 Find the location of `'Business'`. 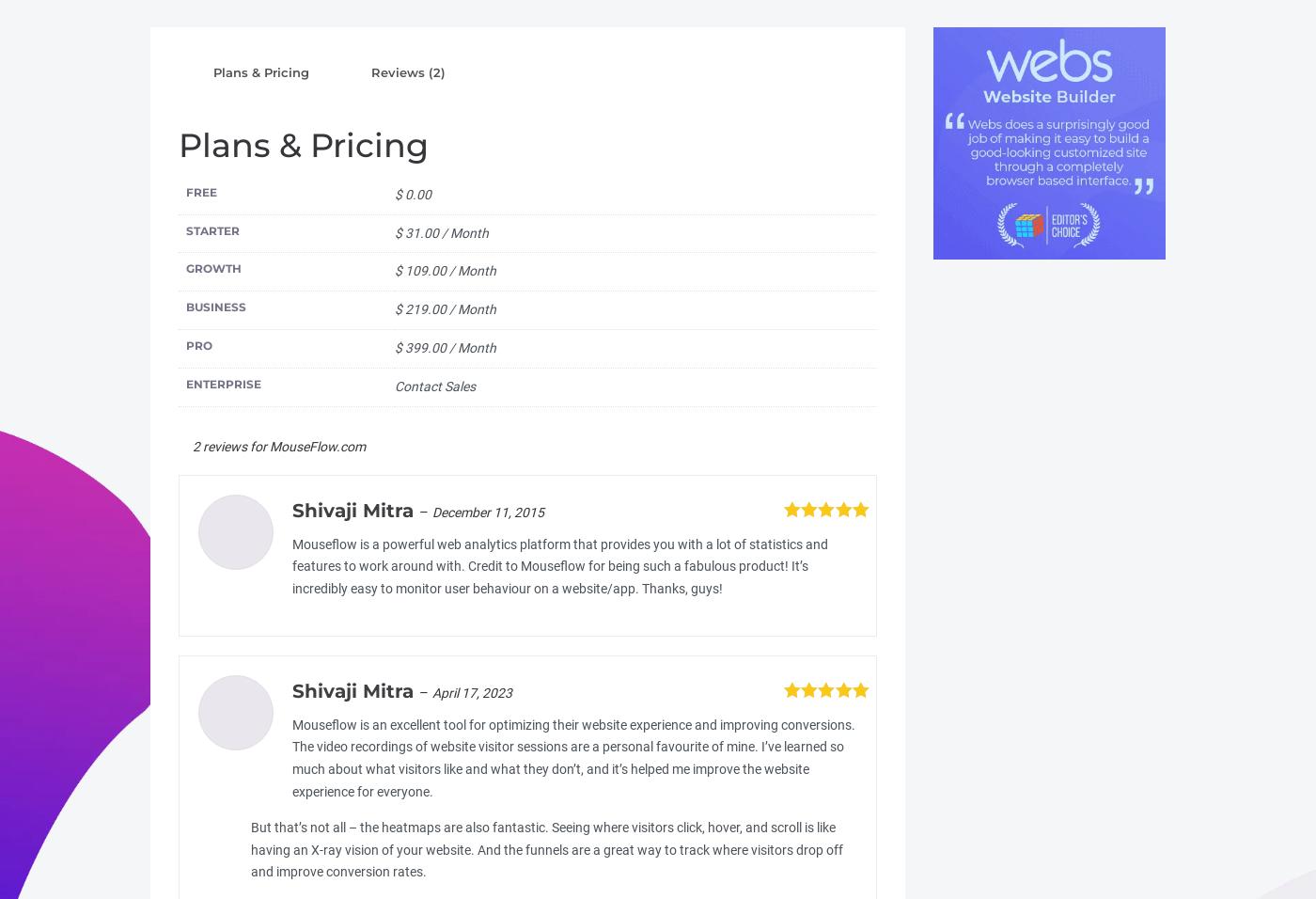

'Business' is located at coordinates (216, 306).